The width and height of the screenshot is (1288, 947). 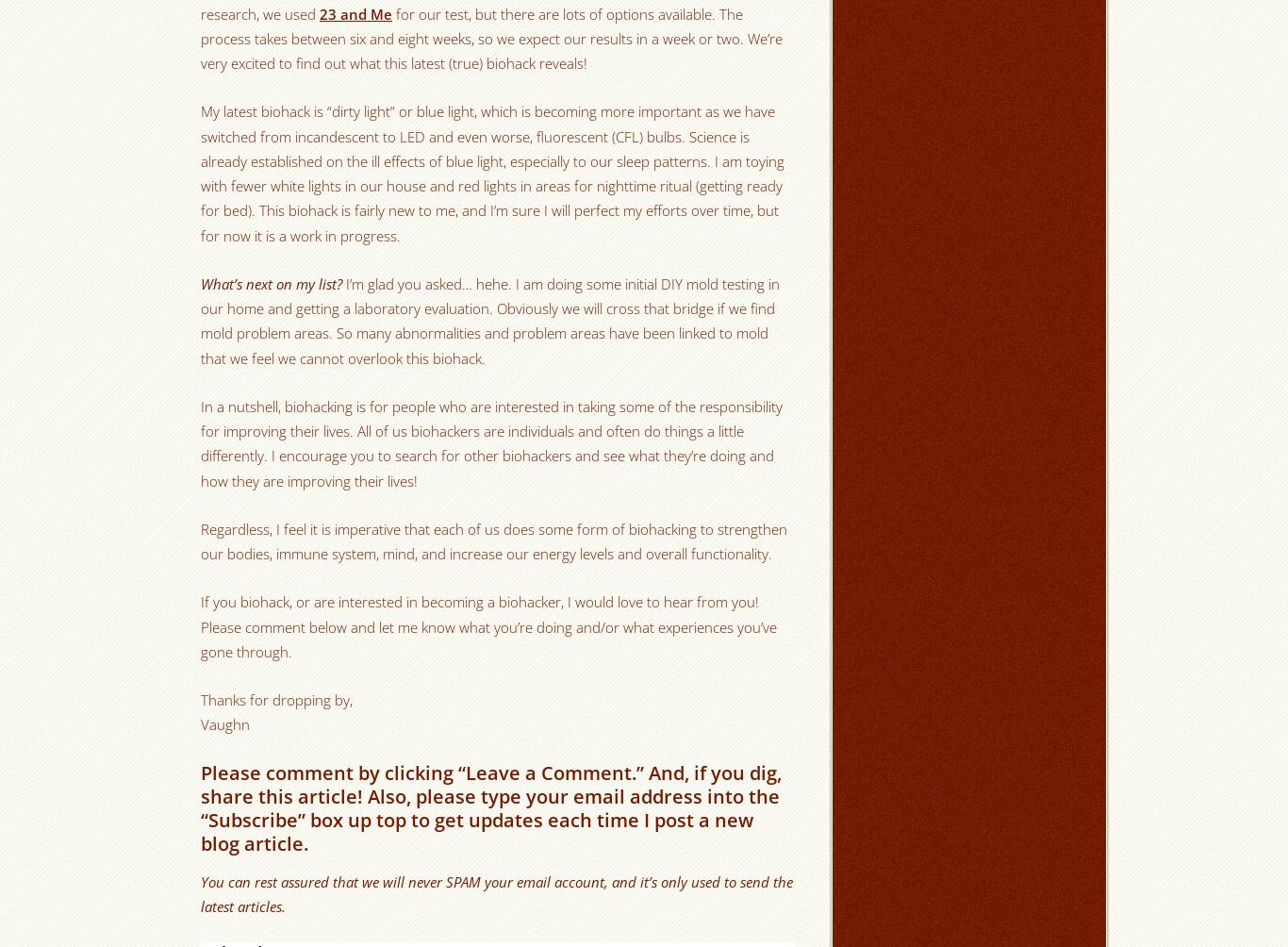 What do you see at coordinates (490, 320) in the screenshot?
I see `'I’m glad you asked… hehe. I am doing some initial DIY mold testing in our home and getting a laboratory evaluation. Obviously we will cross that bridge if we find mold problem areas. So many abnormalities and problem areas have been linked to mold that we feel we cannot overlook this biohack.'` at bounding box center [490, 320].